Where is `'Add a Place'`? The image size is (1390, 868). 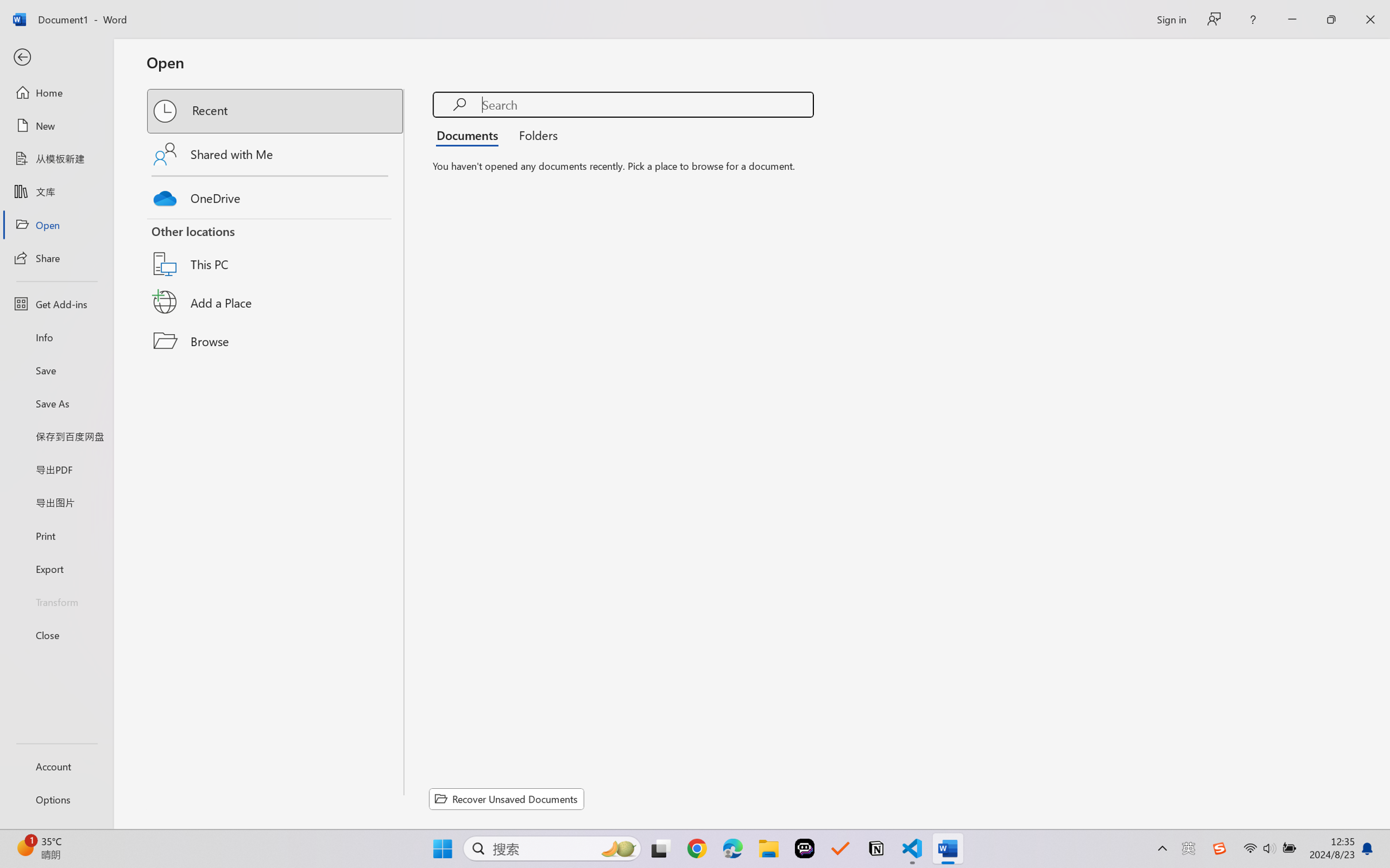 'Add a Place' is located at coordinates (276, 301).